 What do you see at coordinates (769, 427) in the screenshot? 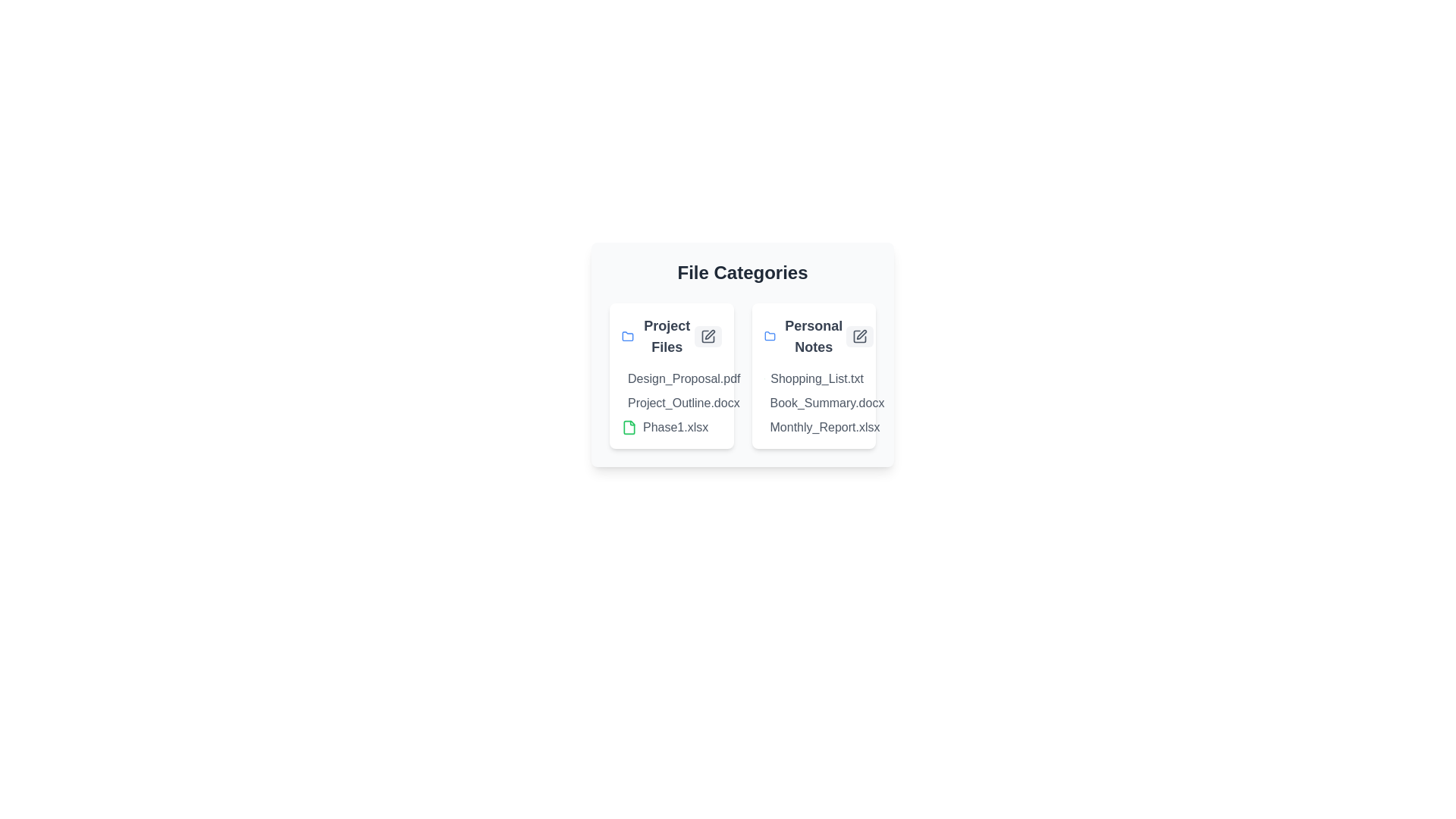
I see `the document icon corresponding to Monthly_Report.xlsx` at bounding box center [769, 427].